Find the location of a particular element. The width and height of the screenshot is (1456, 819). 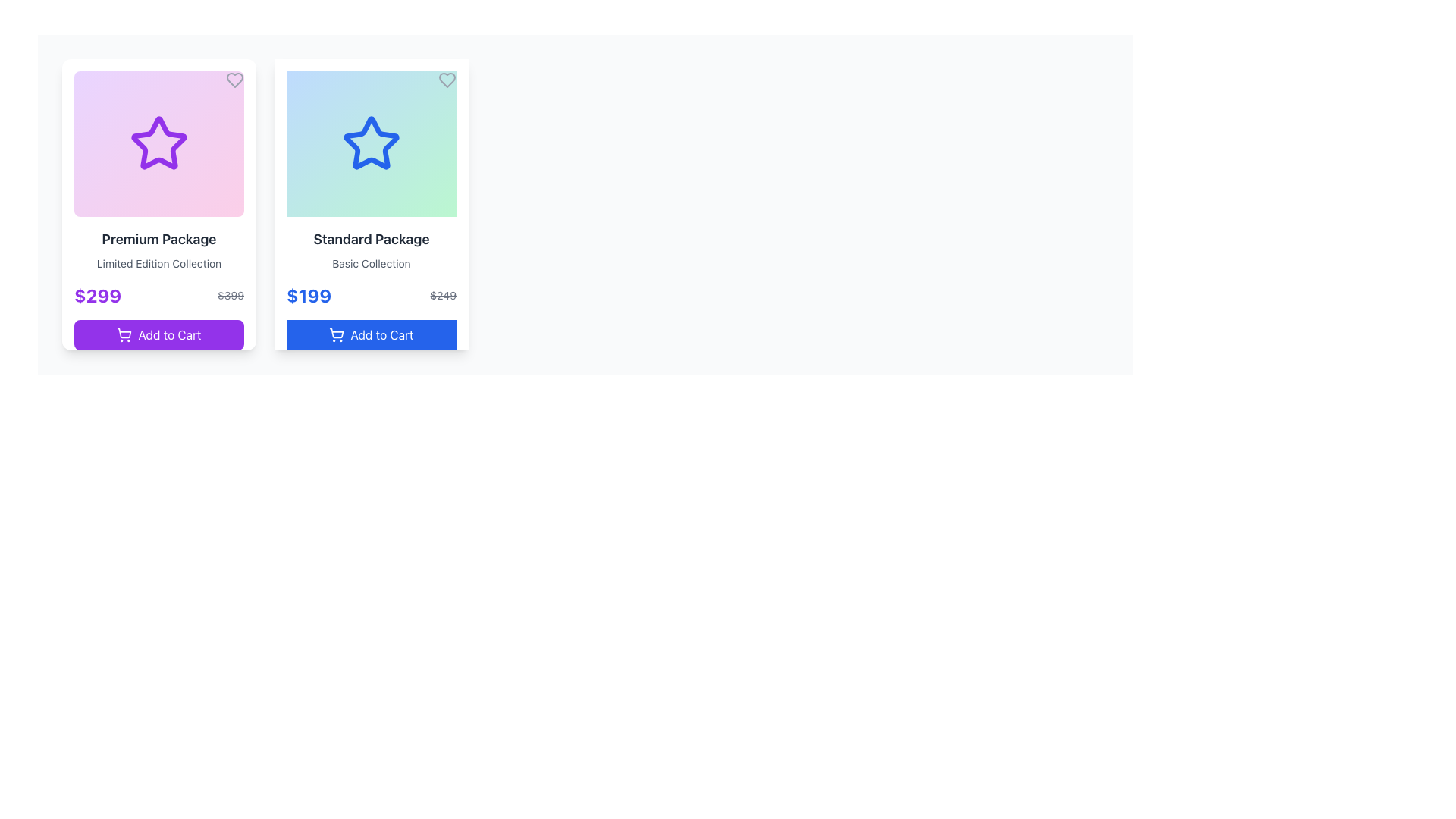

the 'Add to Cart' button, which is a rectangular button with a blue background and white text, located at the bottom center of the 'Standard Package' card is located at coordinates (371, 334).